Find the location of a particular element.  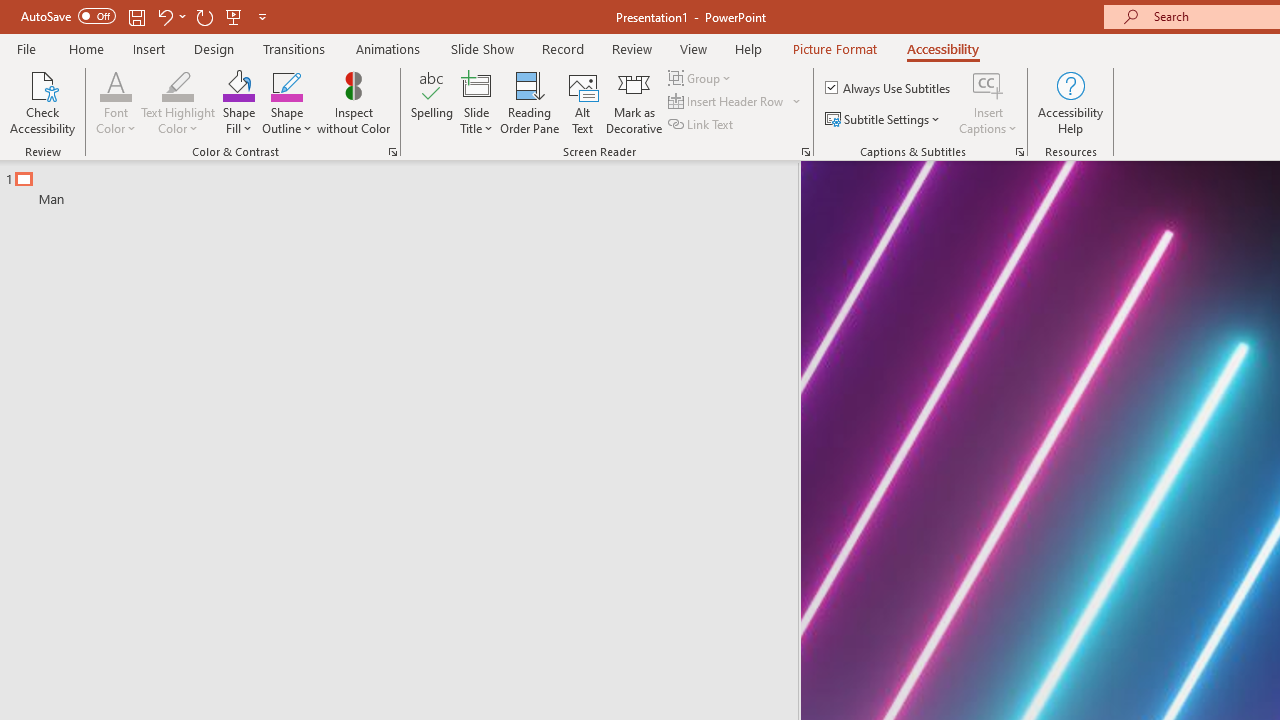

'Insert Header Row' is located at coordinates (735, 101).